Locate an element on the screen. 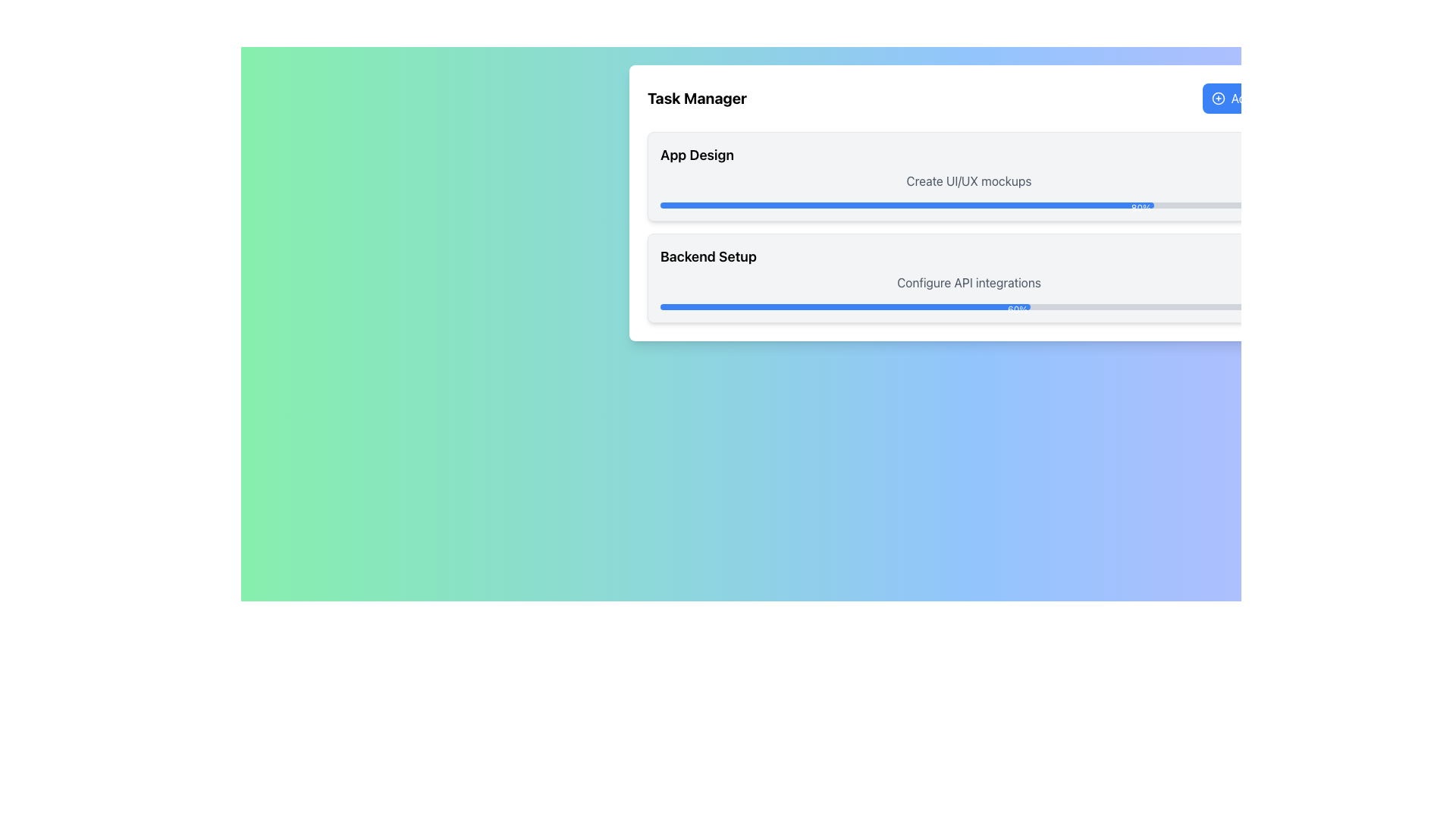 The image size is (1456, 819). the progress value of the Progress Bar indicating 80% completion, located within the 'App Design' card below the 'Create UI/UX mockups' text is located at coordinates (968, 205).